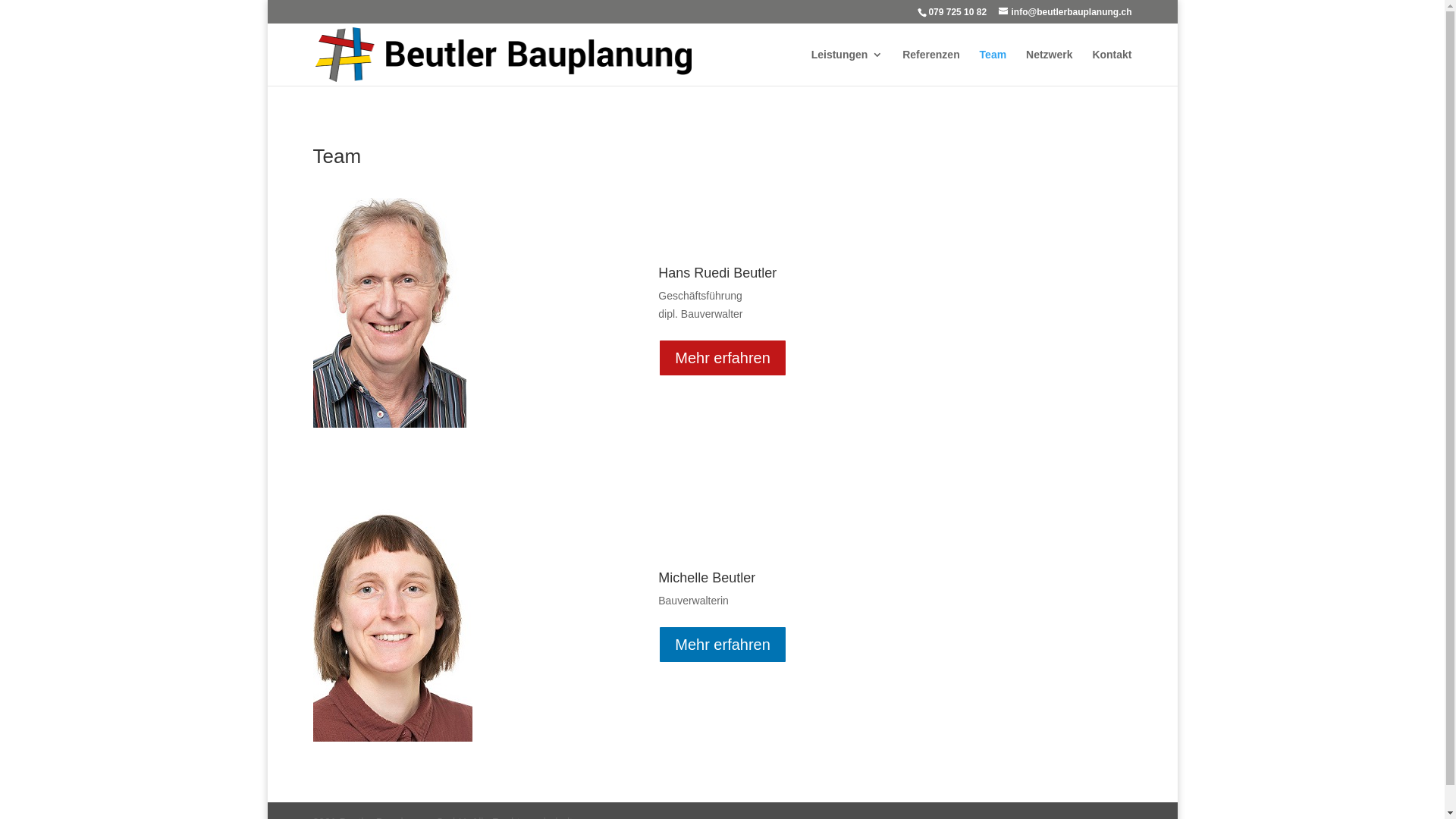 This screenshot has height=819, width=1456. I want to click on 'Mehr erfahren', so click(722, 644).